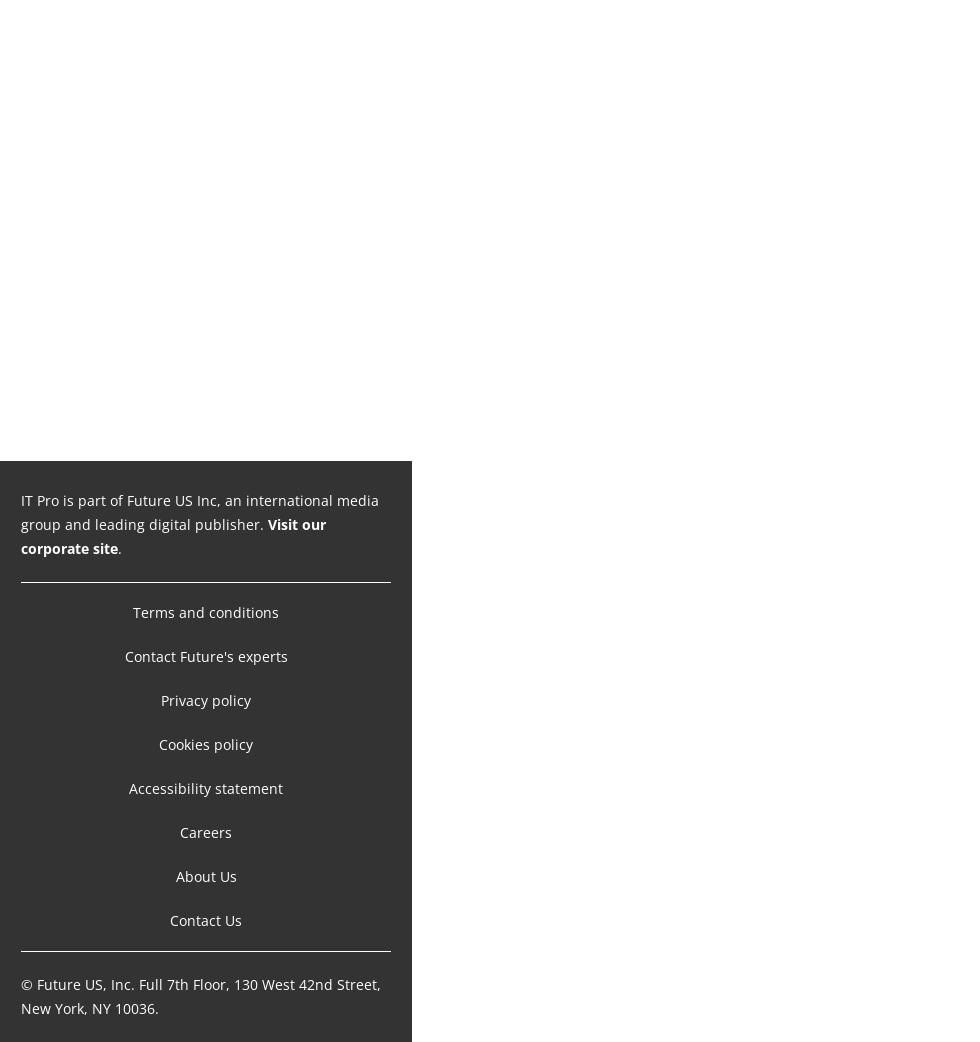 The image size is (980, 1042). What do you see at coordinates (175, 875) in the screenshot?
I see `'About Us'` at bounding box center [175, 875].